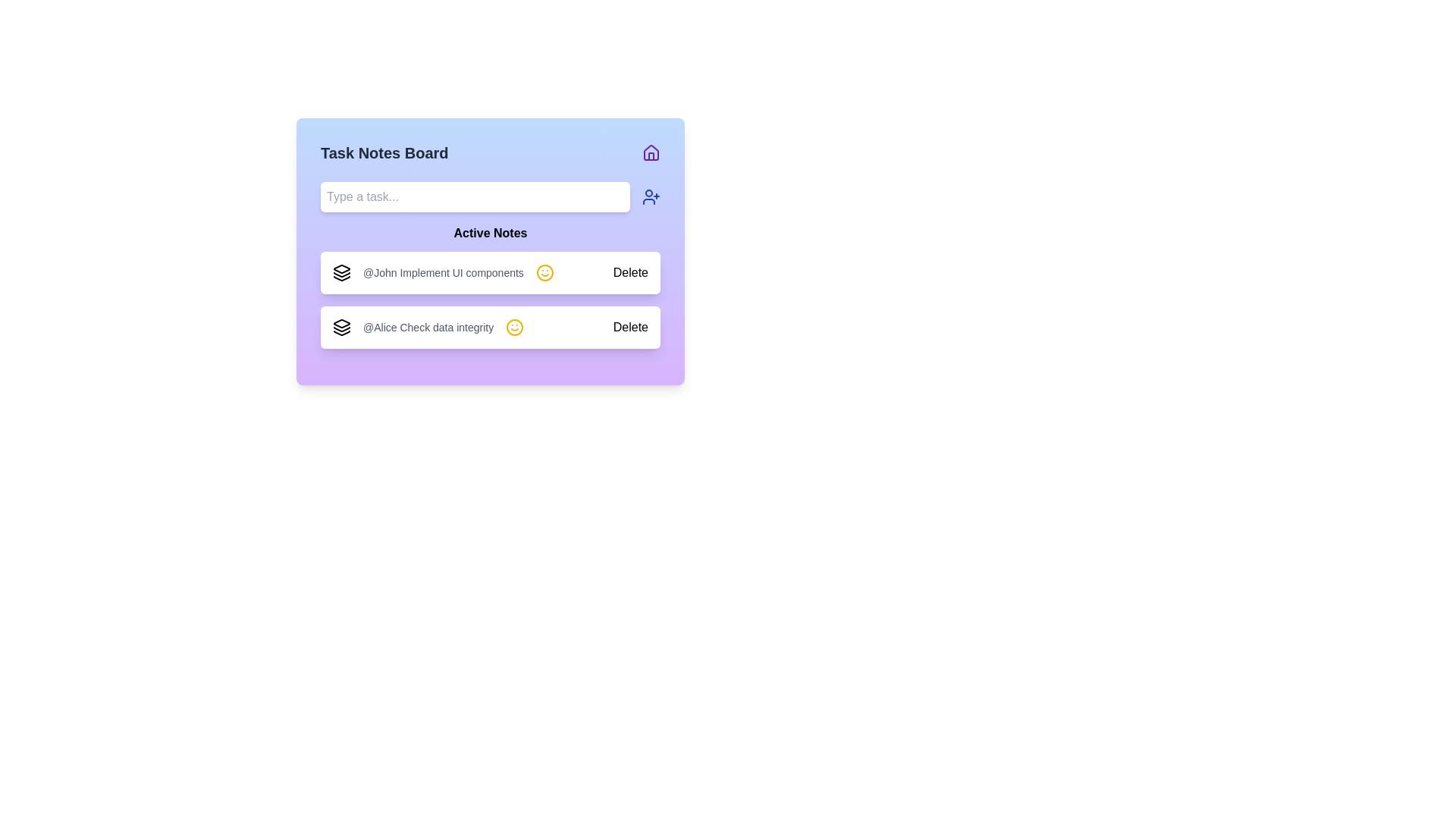 Image resolution: width=1456 pixels, height=819 pixels. What do you see at coordinates (341, 327) in the screenshot?
I see `the icon located at the top-left corner of the task item row for '@Alice Check data integrity', which visually indicates the type of activity associated with this task` at bounding box center [341, 327].